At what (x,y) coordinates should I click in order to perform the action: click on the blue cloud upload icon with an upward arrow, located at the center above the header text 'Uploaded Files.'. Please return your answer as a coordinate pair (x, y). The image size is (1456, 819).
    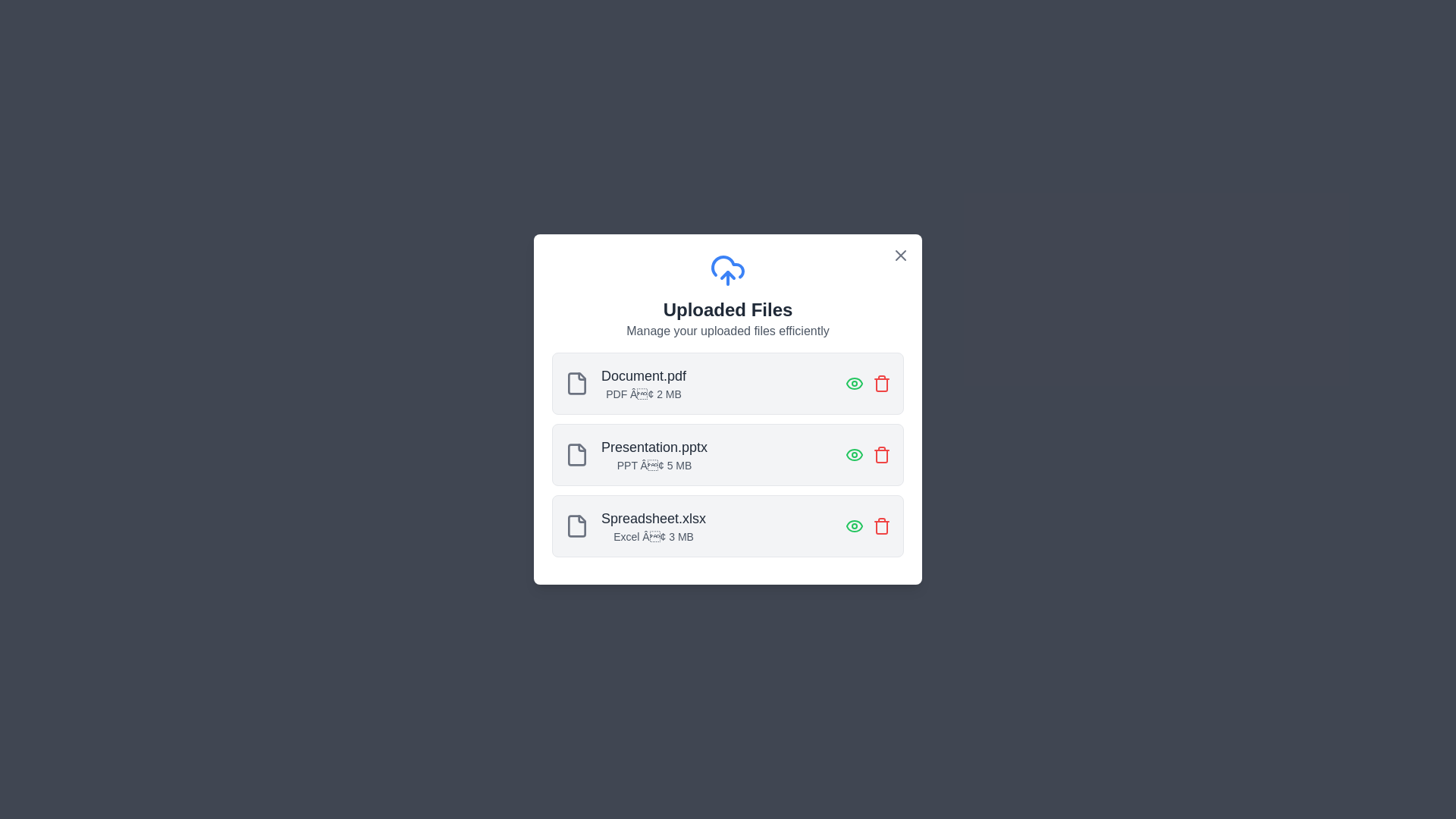
    Looking at the image, I should click on (728, 270).